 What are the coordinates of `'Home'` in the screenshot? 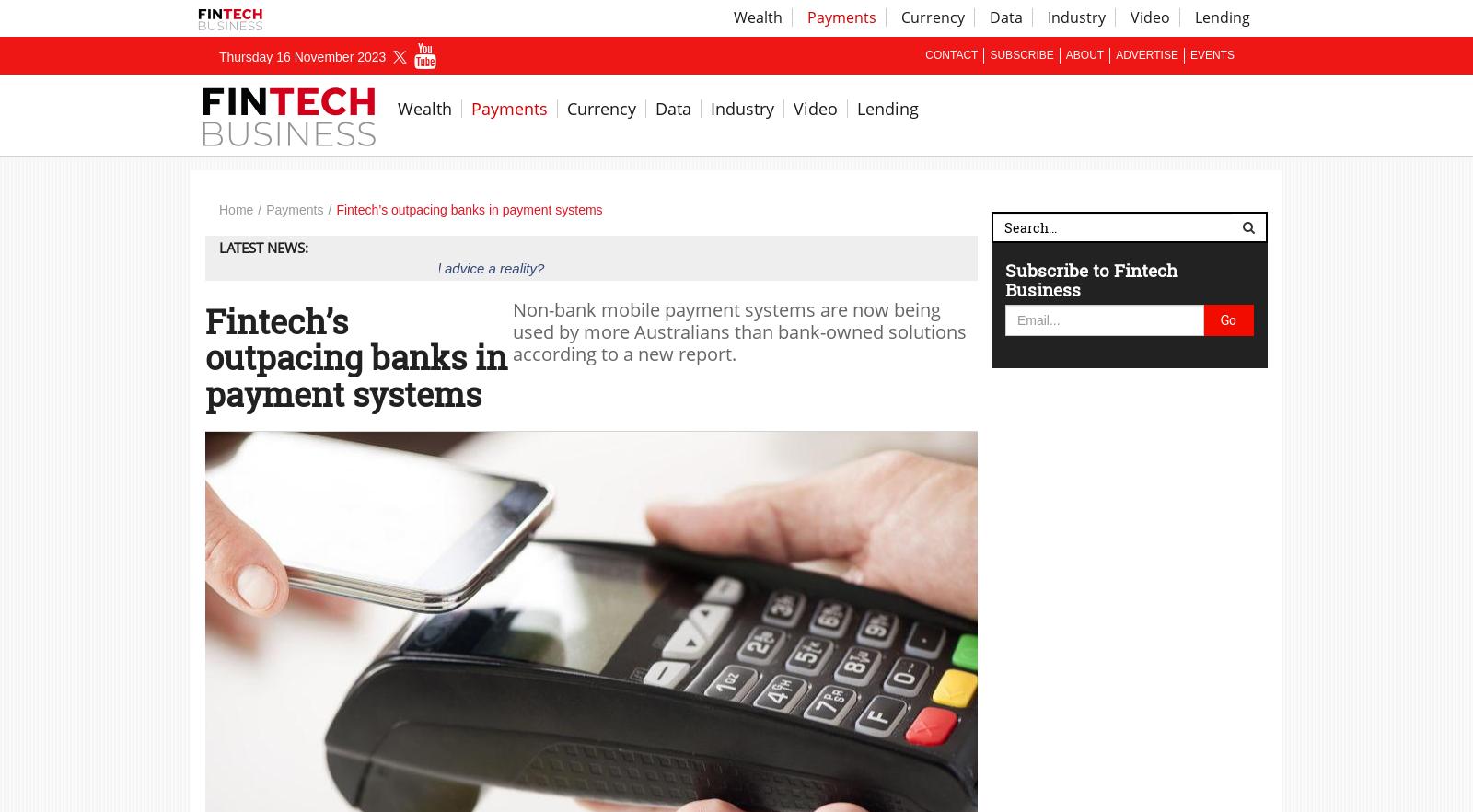 It's located at (236, 208).